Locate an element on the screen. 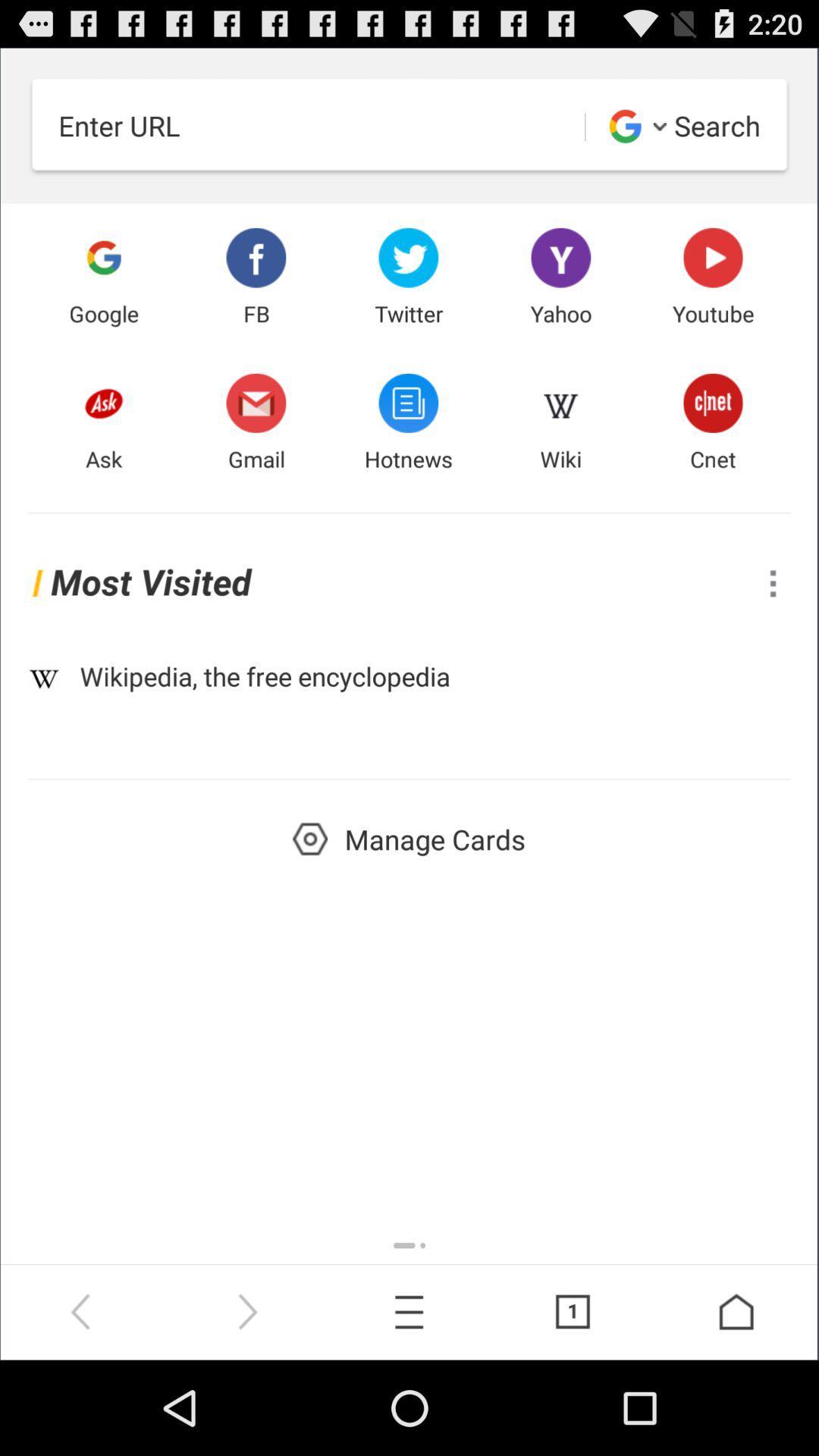 The image size is (819, 1456). the arrow_backward icon is located at coordinates (82, 1404).